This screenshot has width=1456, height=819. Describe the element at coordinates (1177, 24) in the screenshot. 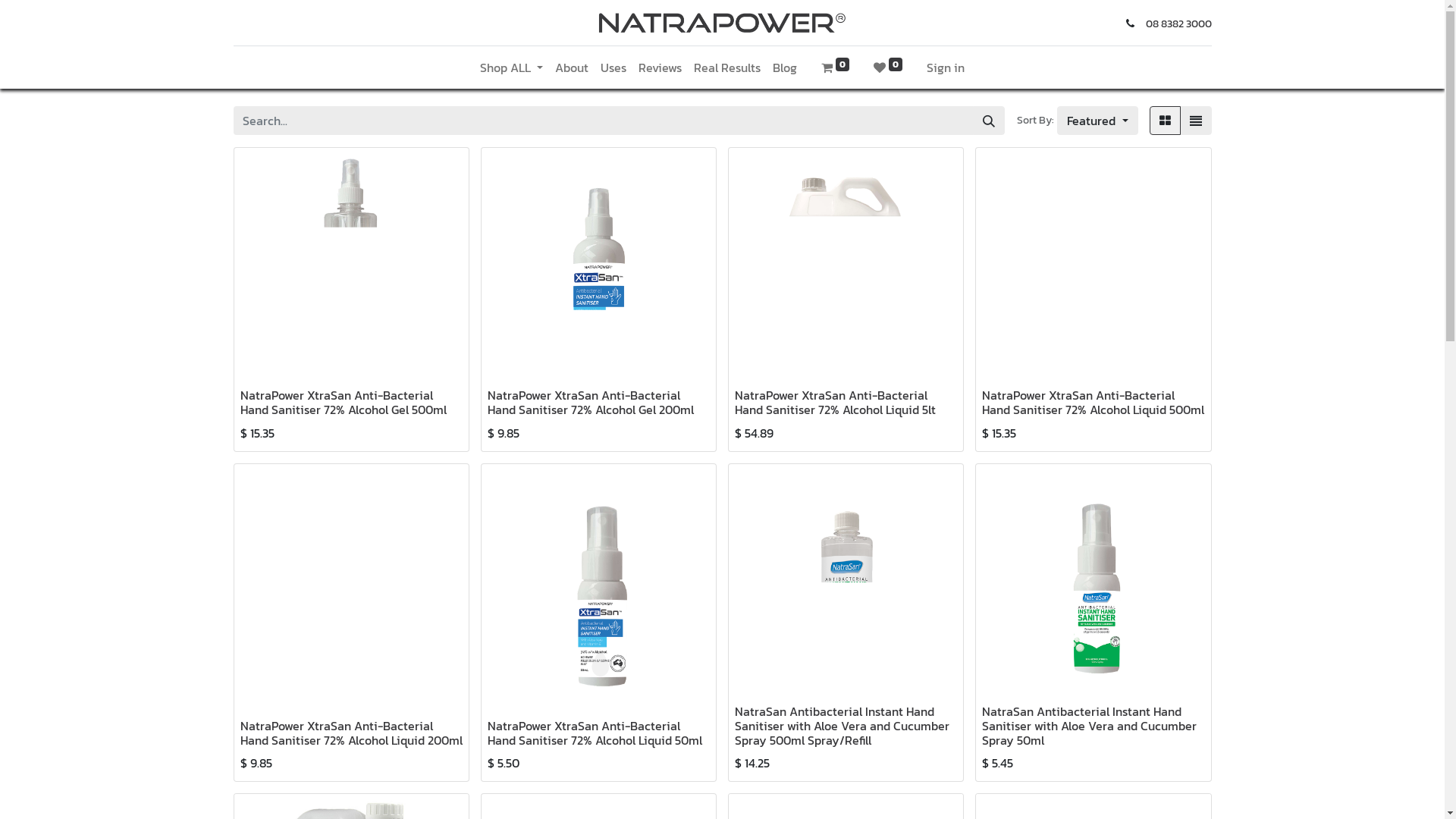

I see `'08 8382 3000'` at that location.